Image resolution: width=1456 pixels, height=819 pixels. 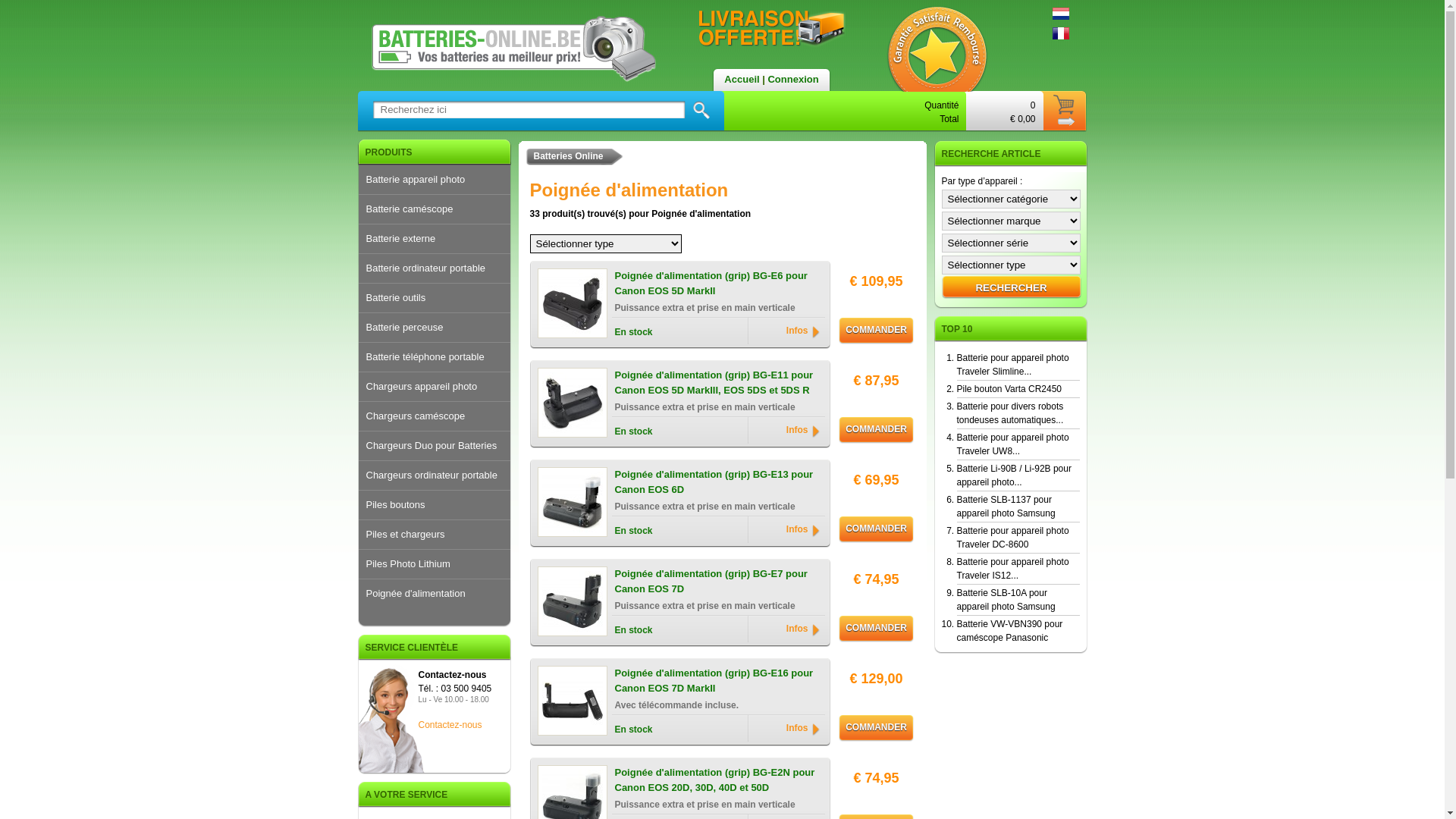 I want to click on 'Rechercher', so click(x=1012, y=287).